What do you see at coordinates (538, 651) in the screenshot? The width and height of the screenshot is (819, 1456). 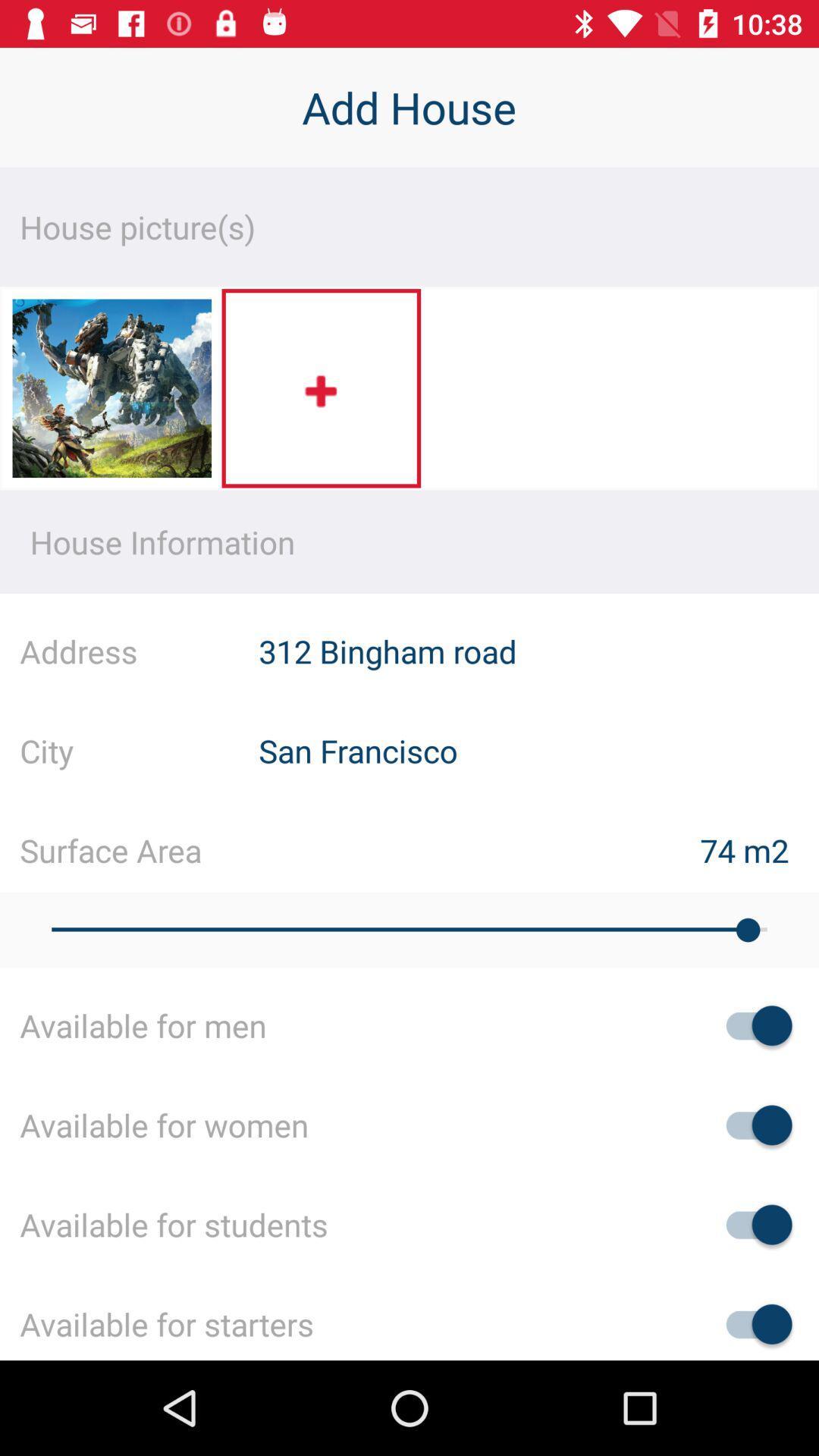 I see `the 312 bingham road` at bounding box center [538, 651].